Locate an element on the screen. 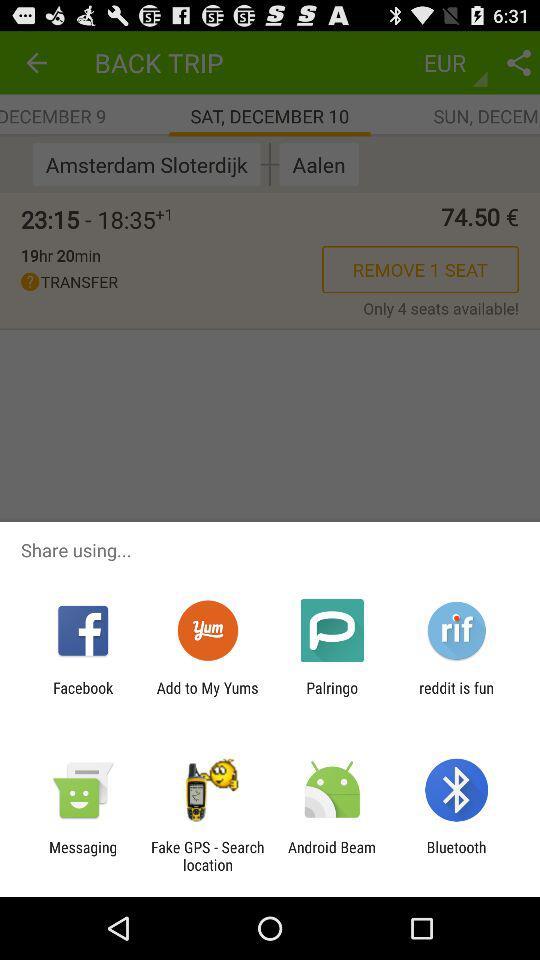  bluetooth app is located at coordinates (456, 855).